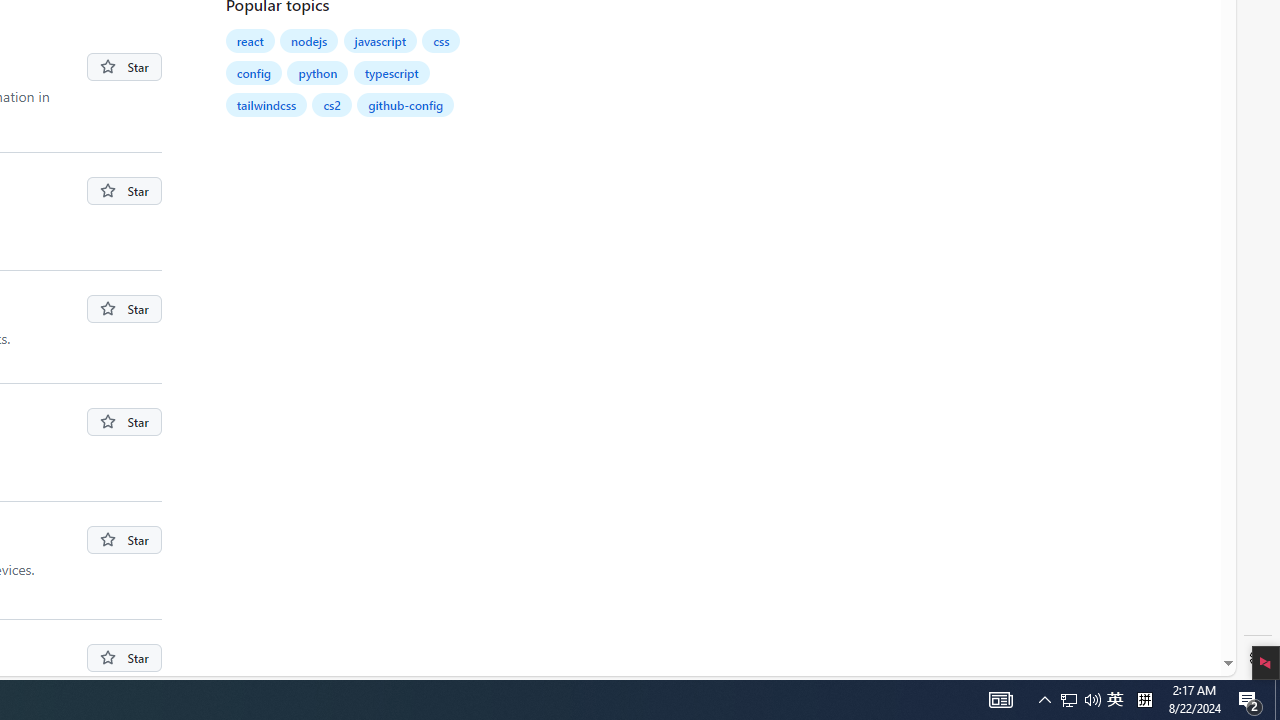 The height and width of the screenshot is (720, 1280). Describe the element at coordinates (441, 41) in the screenshot. I see `'css'` at that location.